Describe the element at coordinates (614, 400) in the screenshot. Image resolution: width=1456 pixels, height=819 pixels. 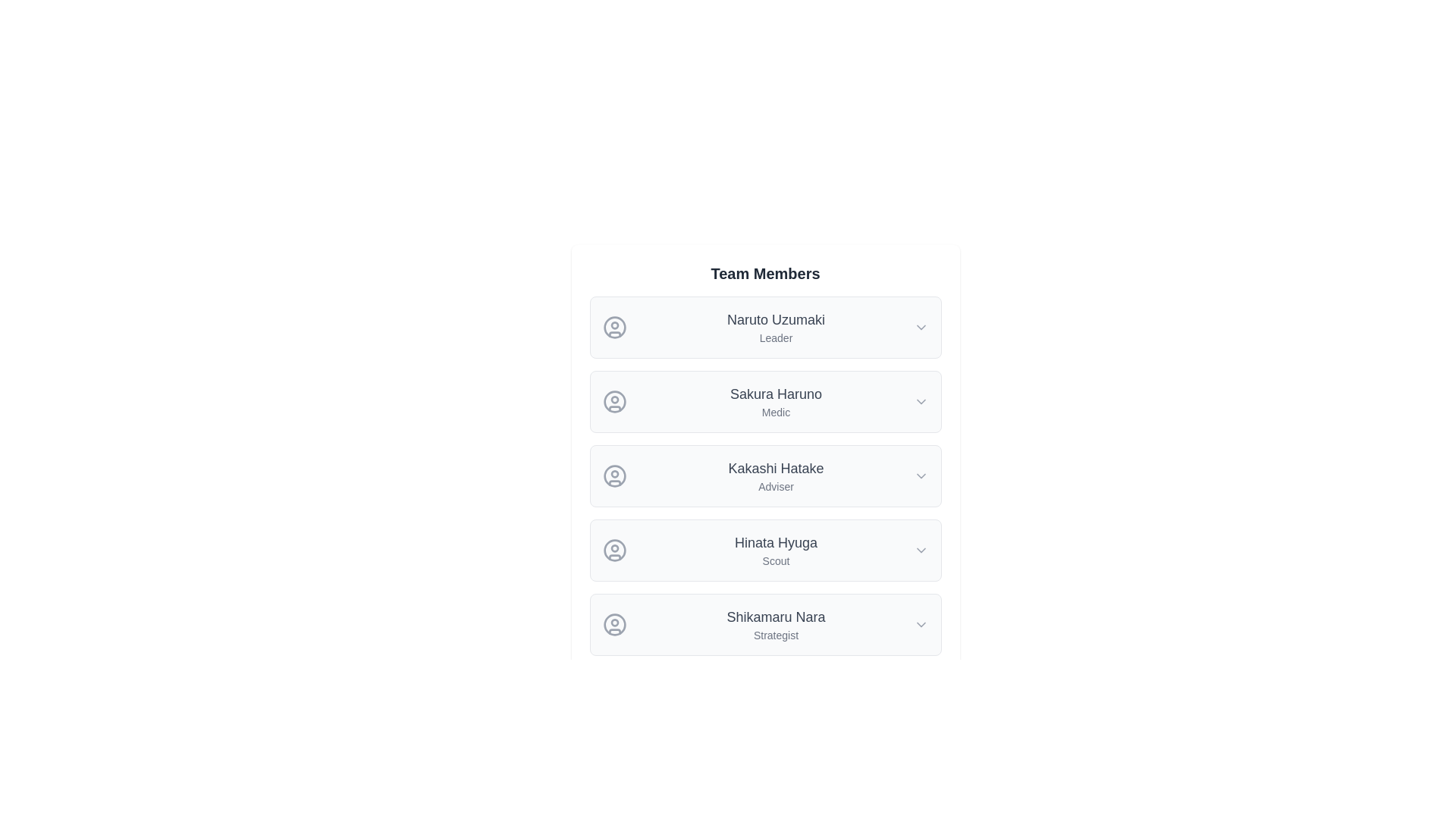
I see `the outer circular graphical element of the user profile icon, which is located in the second row of the vertically stacked list interface next to the label 'Sakura Haruno'` at that location.